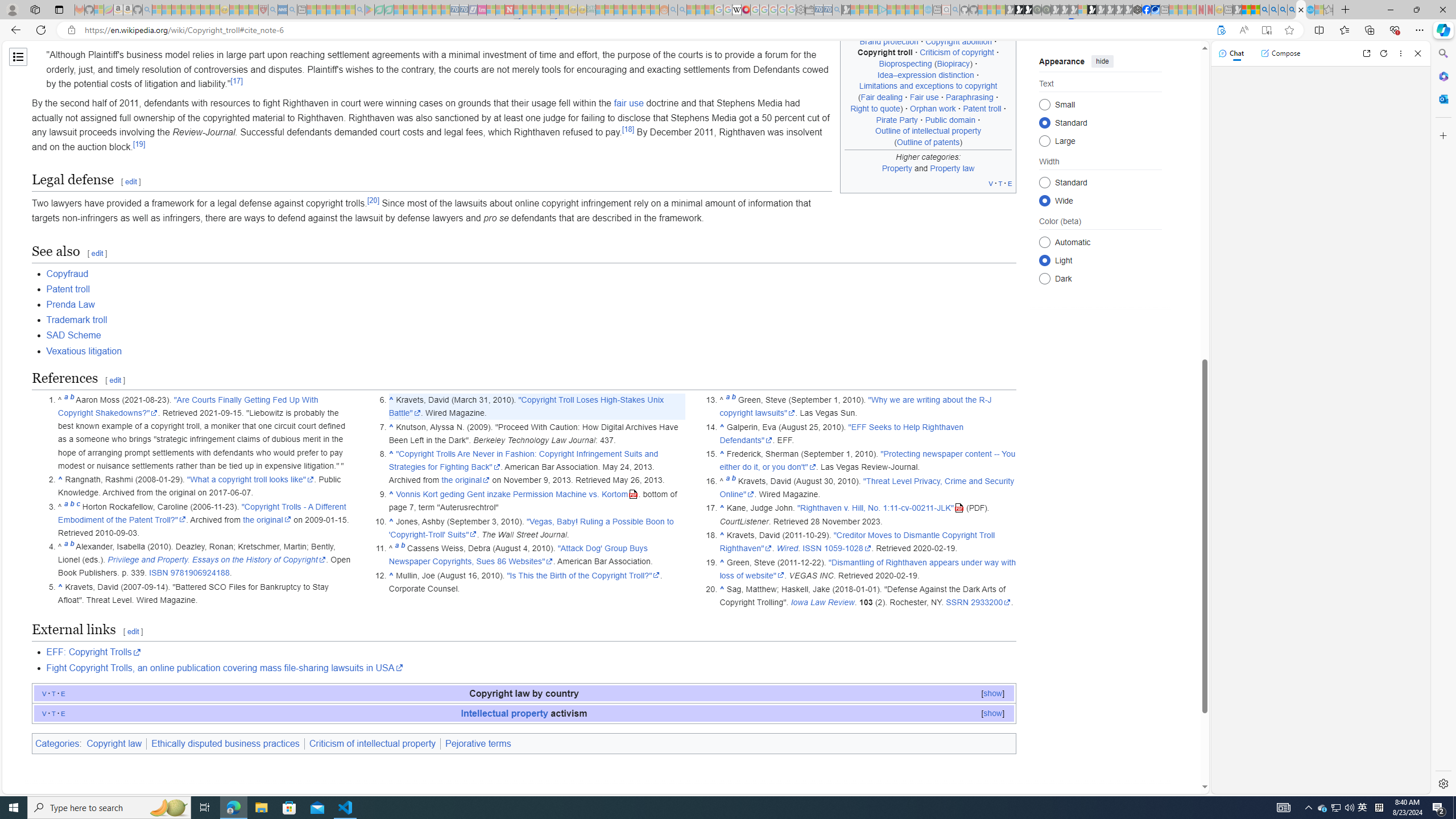  What do you see at coordinates (477, 742) in the screenshot?
I see `'Pejorative terms'` at bounding box center [477, 742].